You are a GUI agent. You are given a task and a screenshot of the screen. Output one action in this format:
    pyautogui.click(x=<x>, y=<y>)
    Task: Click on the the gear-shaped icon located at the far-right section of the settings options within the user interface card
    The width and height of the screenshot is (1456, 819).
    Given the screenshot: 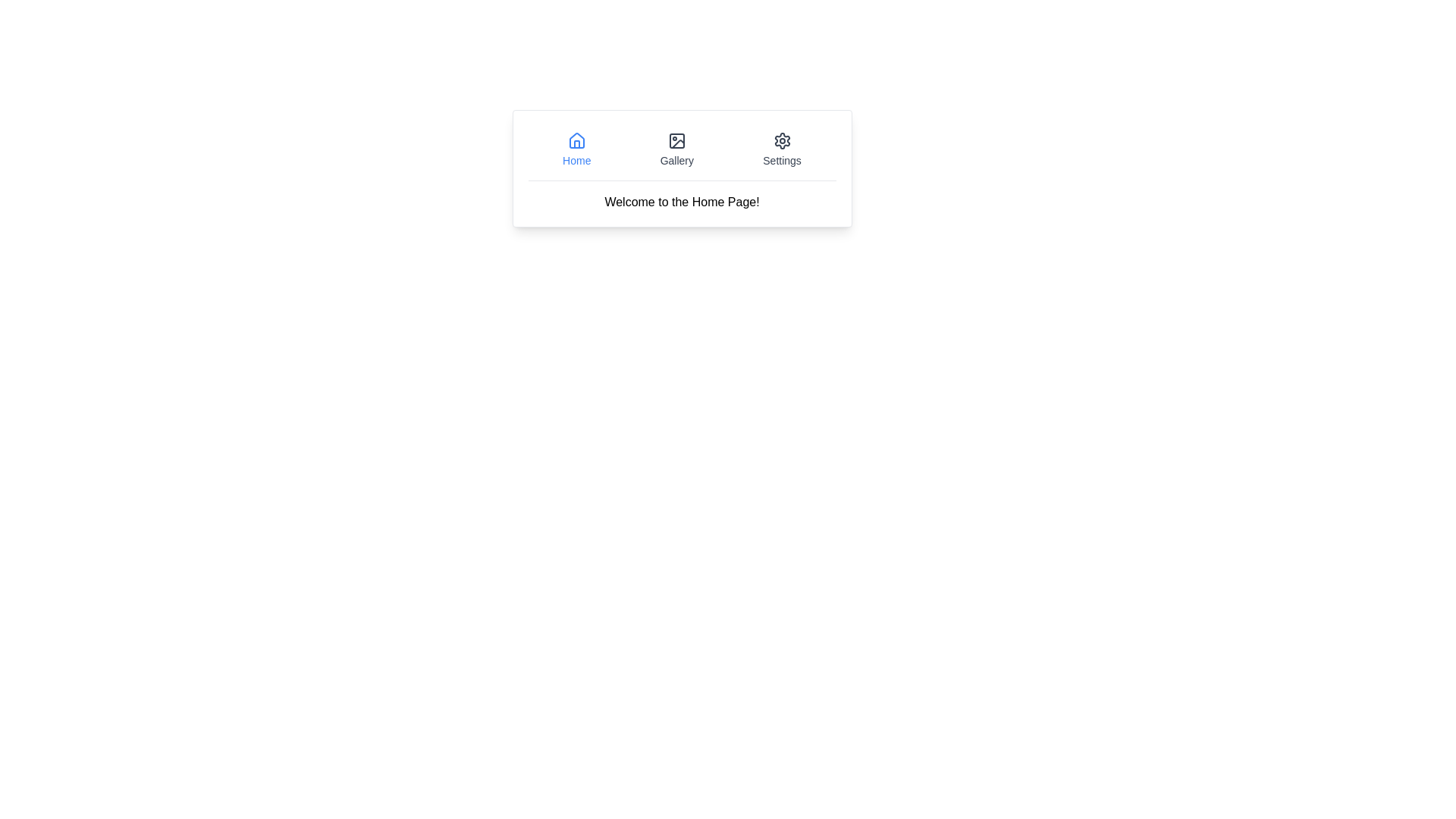 What is the action you would take?
    pyautogui.click(x=782, y=140)
    